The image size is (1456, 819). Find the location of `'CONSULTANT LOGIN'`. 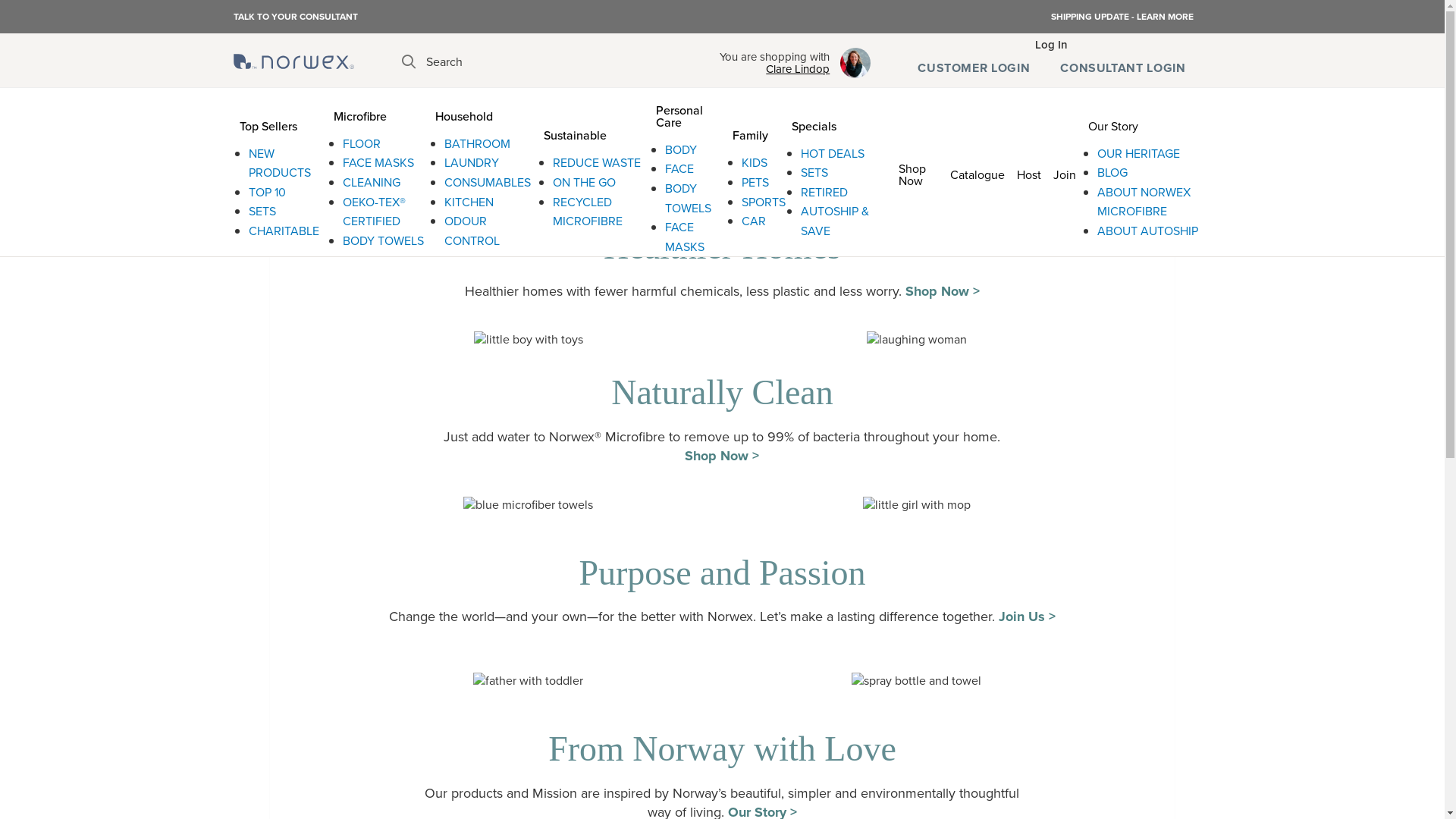

'CONSULTANT LOGIN' is located at coordinates (1043, 67).